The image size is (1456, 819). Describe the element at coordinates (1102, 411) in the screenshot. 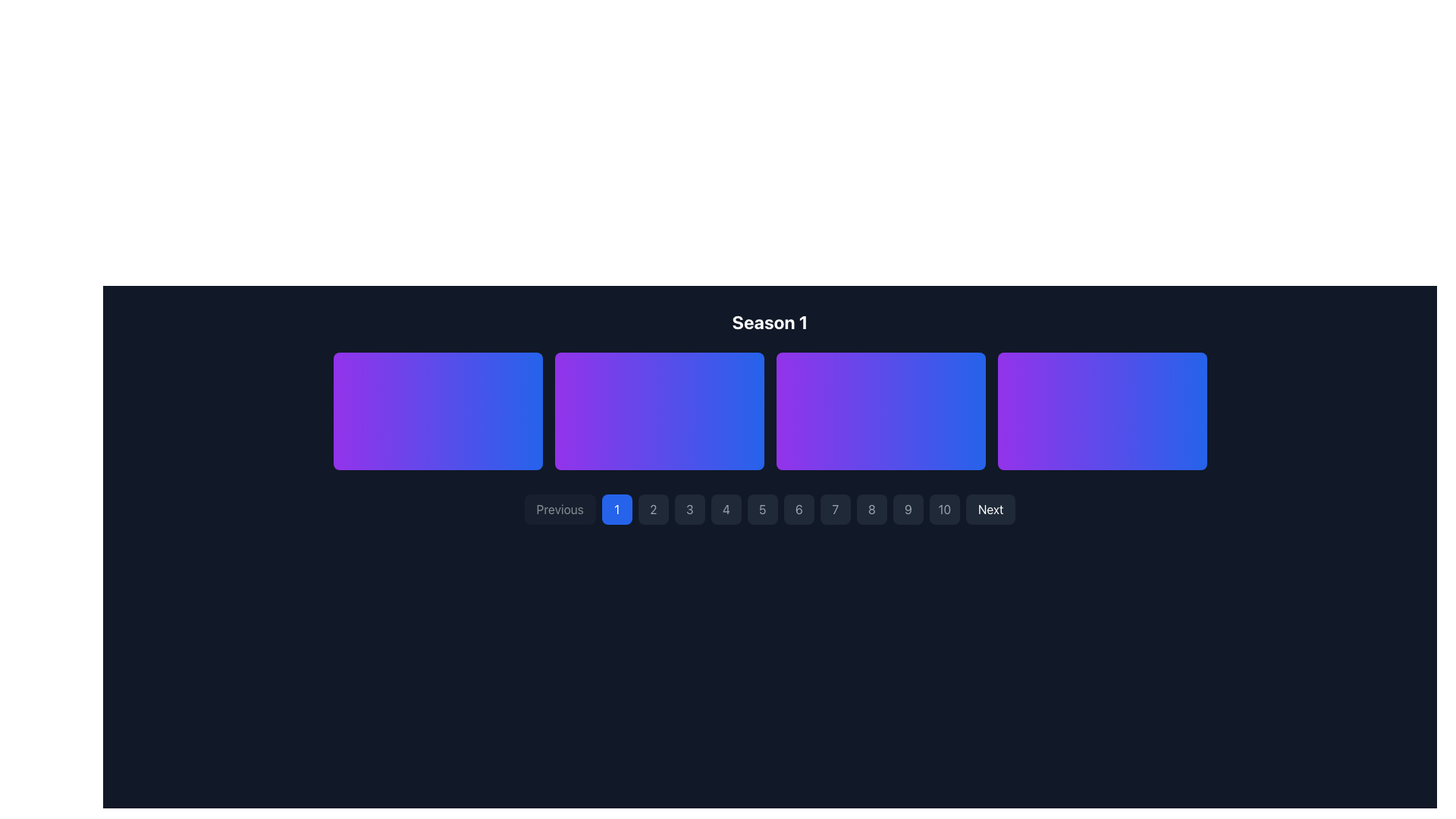

I see `the fourth thumbnail card element in the grid` at that location.